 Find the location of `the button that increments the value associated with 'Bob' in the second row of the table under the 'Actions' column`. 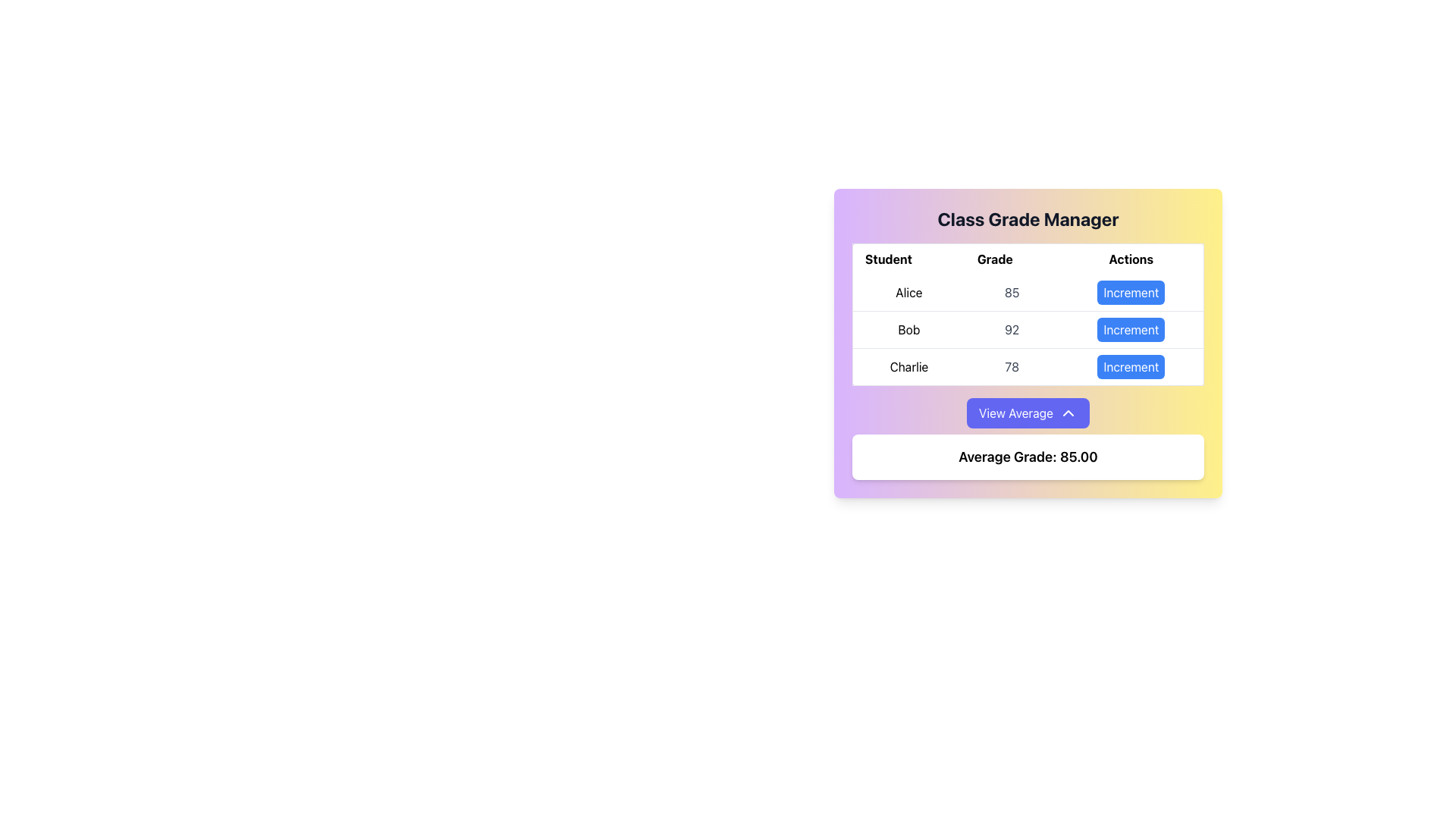

the button that increments the value associated with 'Bob' in the second row of the table under the 'Actions' column is located at coordinates (1131, 329).